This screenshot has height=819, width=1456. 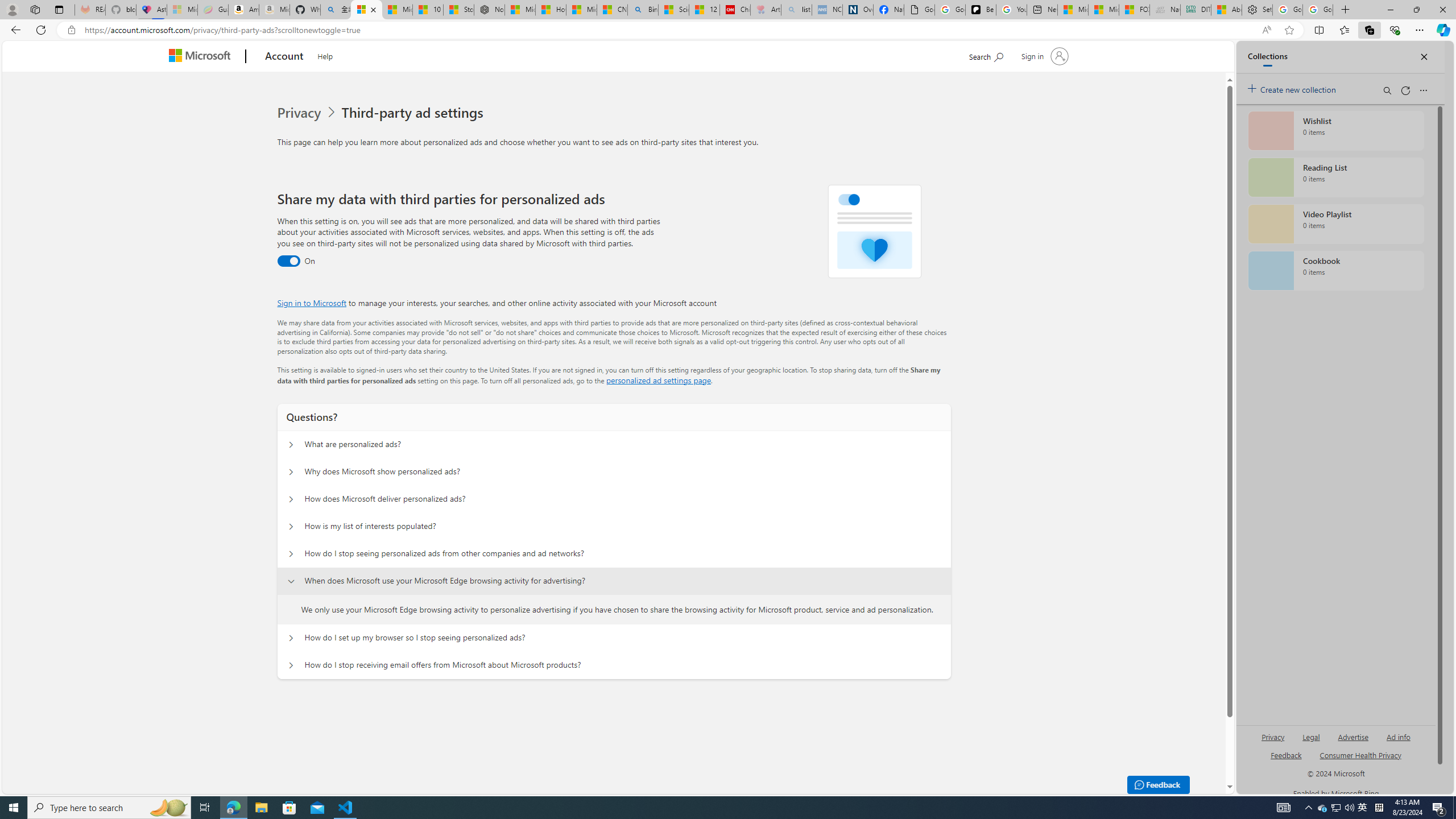 I want to click on 'Sign in to your account', so click(x=1043, y=55).